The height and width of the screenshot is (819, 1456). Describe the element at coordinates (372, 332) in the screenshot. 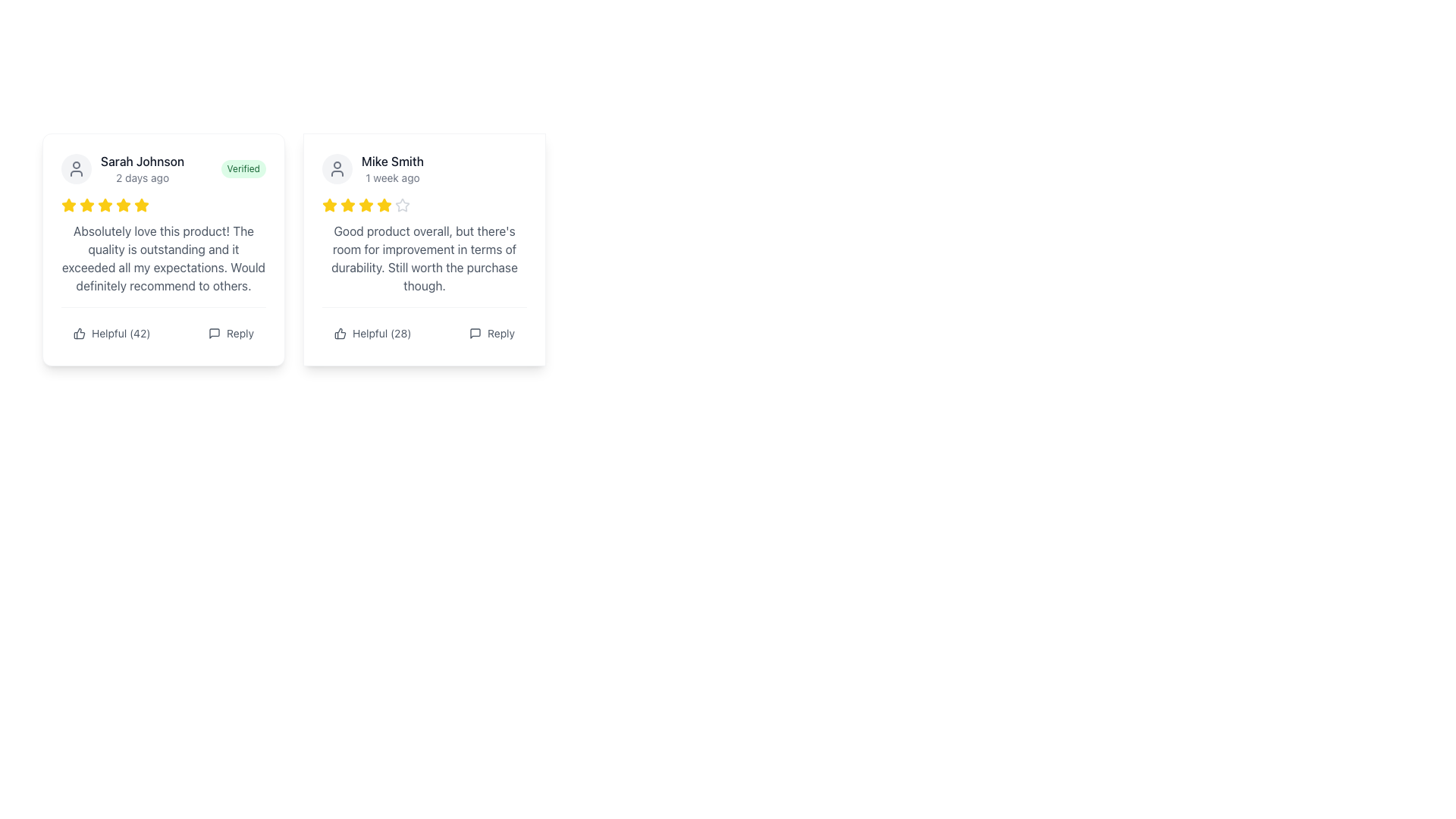

I see `'Helpful (28)' button located under the review text by 'Mike Smith', which allows users to mark the review as helpful` at that location.